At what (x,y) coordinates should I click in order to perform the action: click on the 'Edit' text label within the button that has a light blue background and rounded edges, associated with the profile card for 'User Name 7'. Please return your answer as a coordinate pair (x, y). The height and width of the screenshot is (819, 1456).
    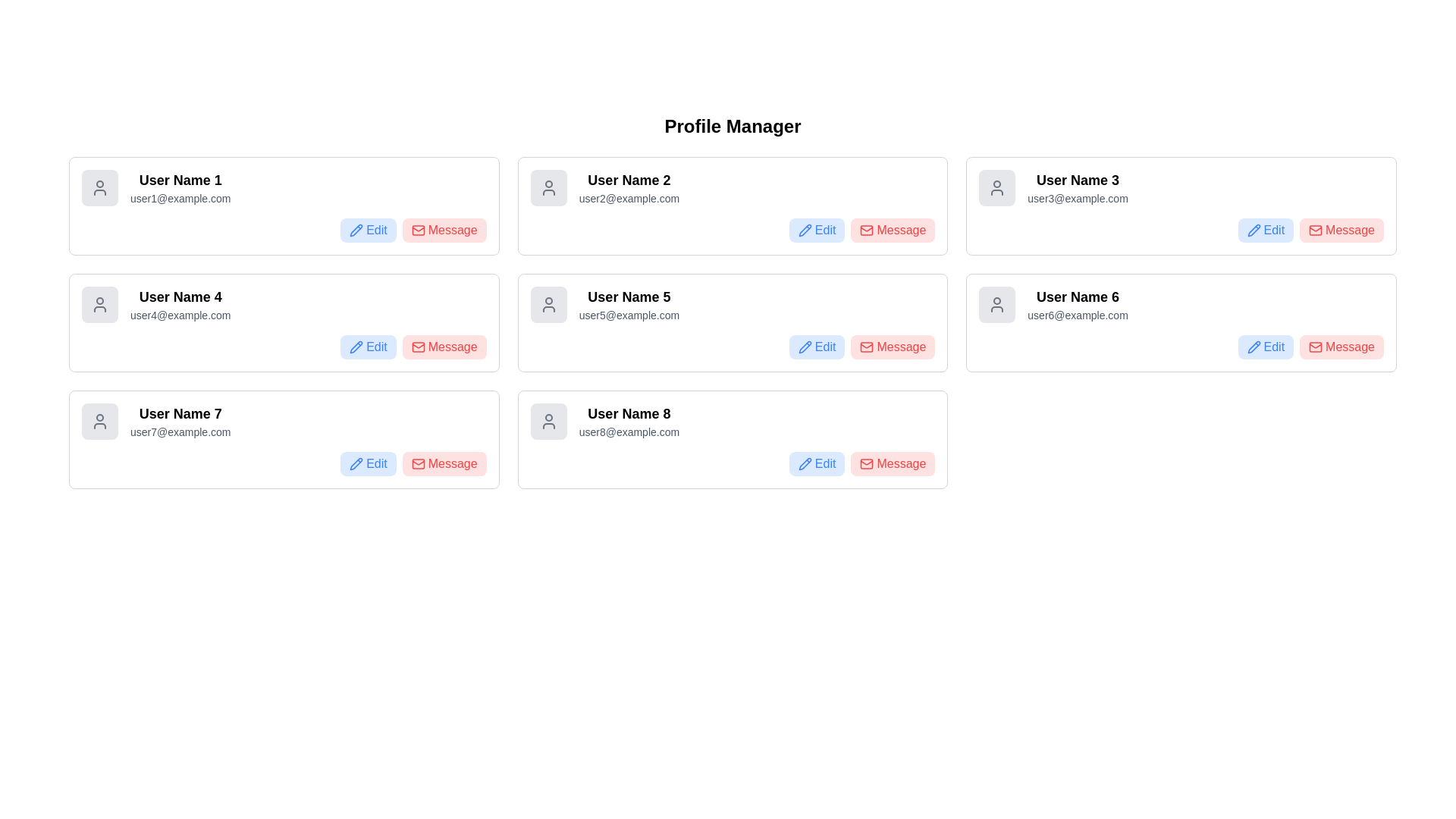
    Looking at the image, I should click on (376, 463).